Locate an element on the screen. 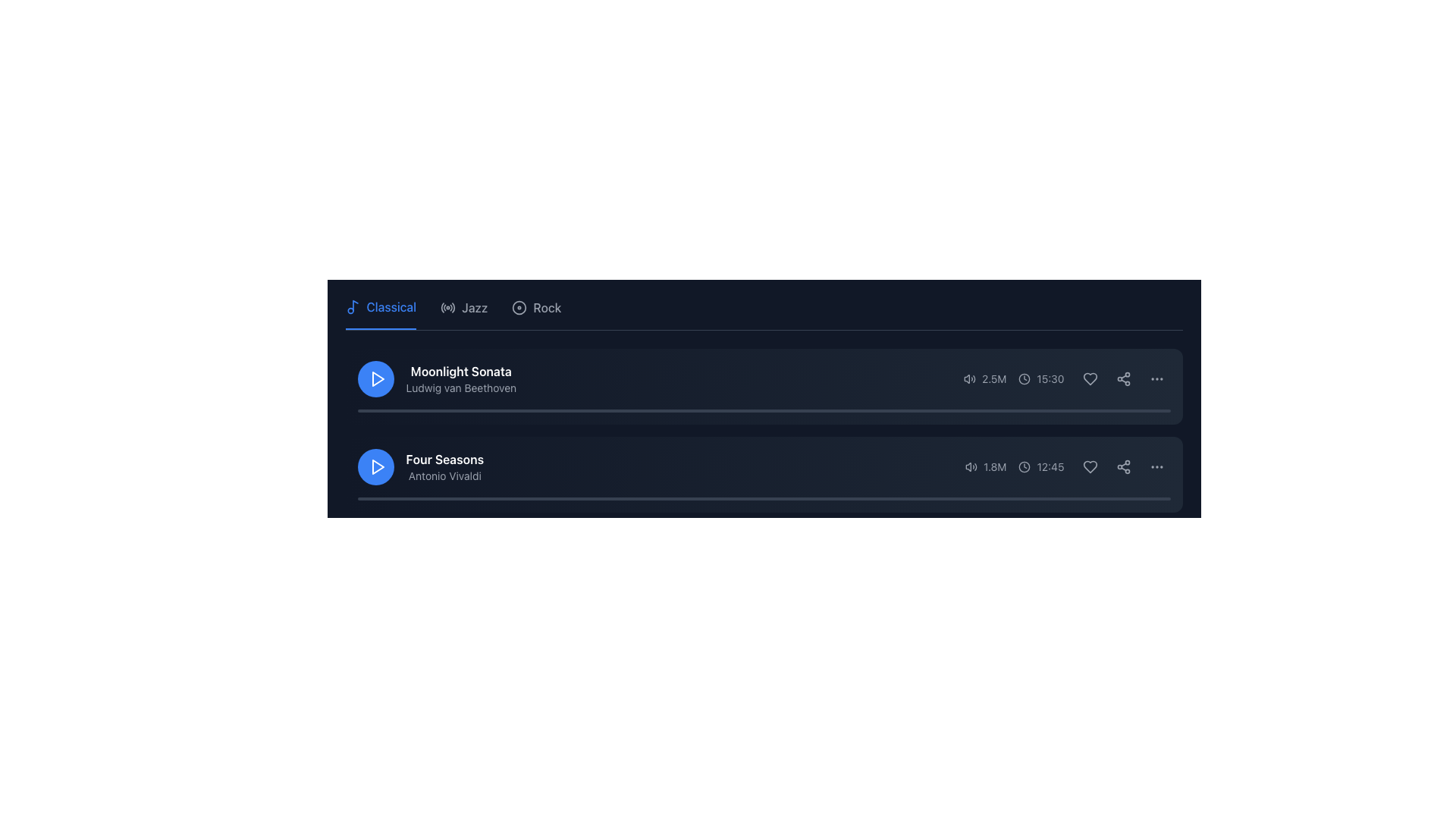  the ellipsis icon button, which is a horizontally aligned icon with three evenly spaced gray dots, located at the right edge of a list item is located at coordinates (1156, 378).